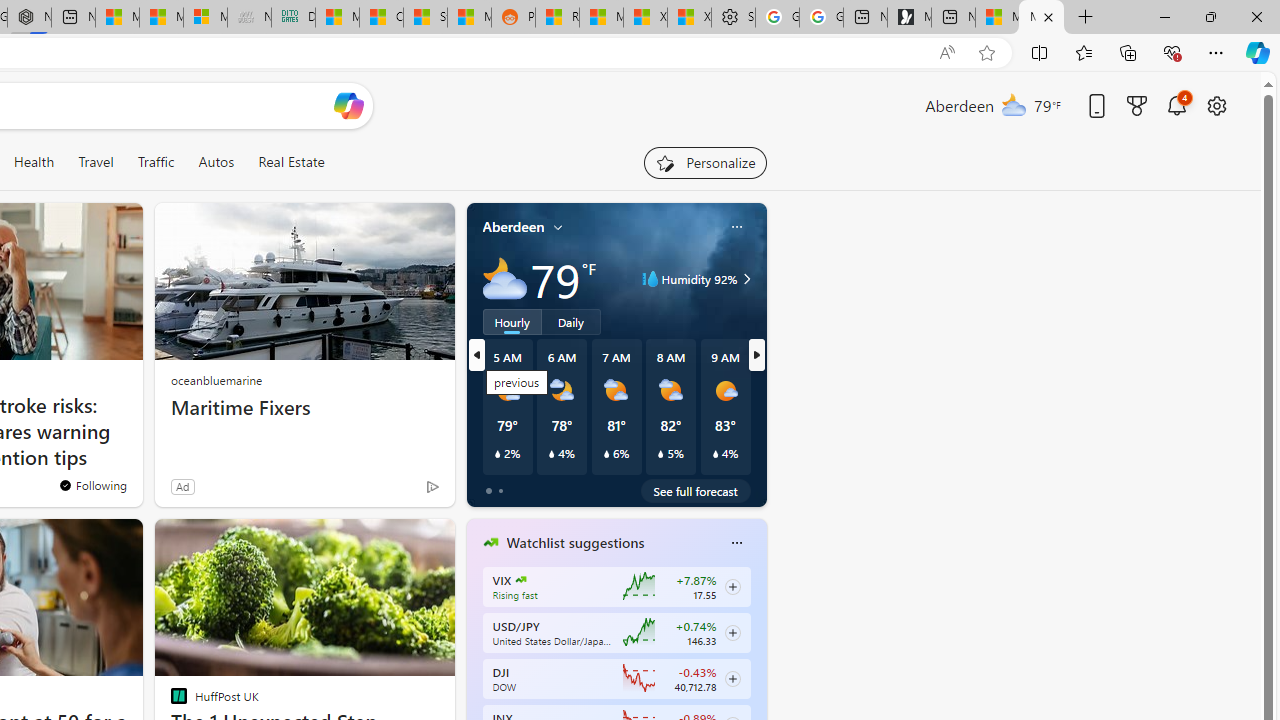 The image size is (1280, 720). What do you see at coordinates (745, 279) in the screenshot?
I see `'Class: weather-arrow-glyph'` at bounding box center [745, 279].